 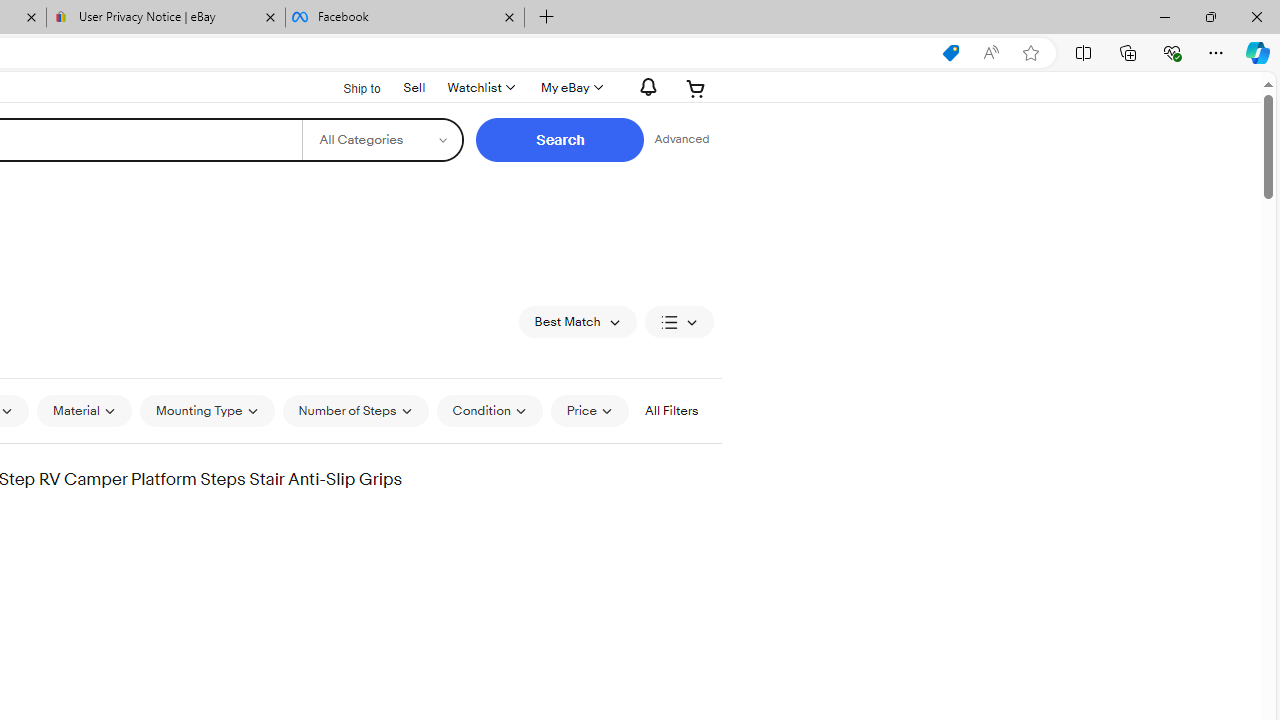 What do you see at coordinates (166, 17) in the screenshot?
I see `'User Privacy Notice | eBay'` at bounding box center [166, 17].